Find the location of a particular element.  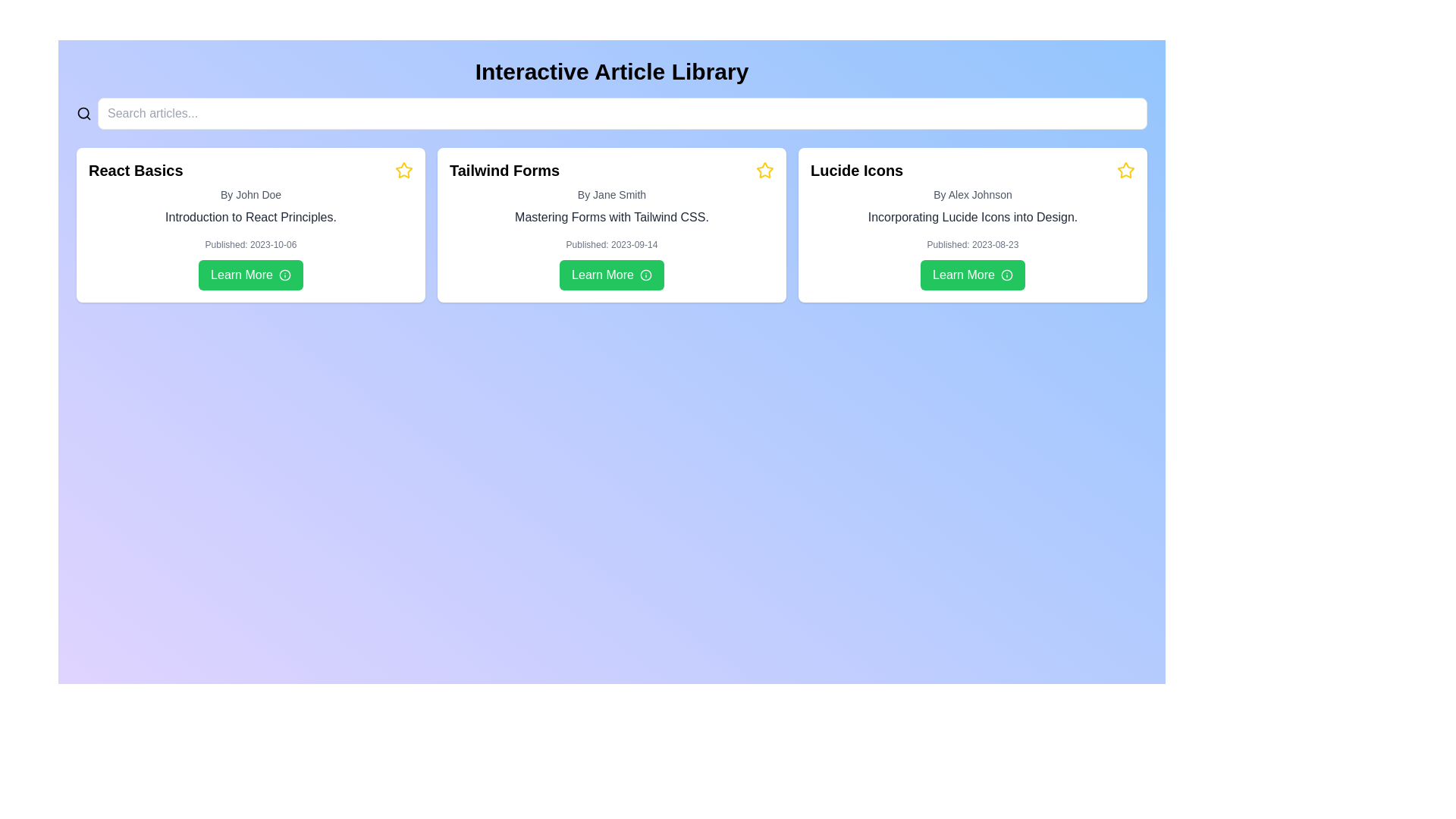

the 'i' icon within the green 'Learn More' button located at the right end of the button in the 'Lucide Icons' section of the third article card is located at coordinates (1006, 275).